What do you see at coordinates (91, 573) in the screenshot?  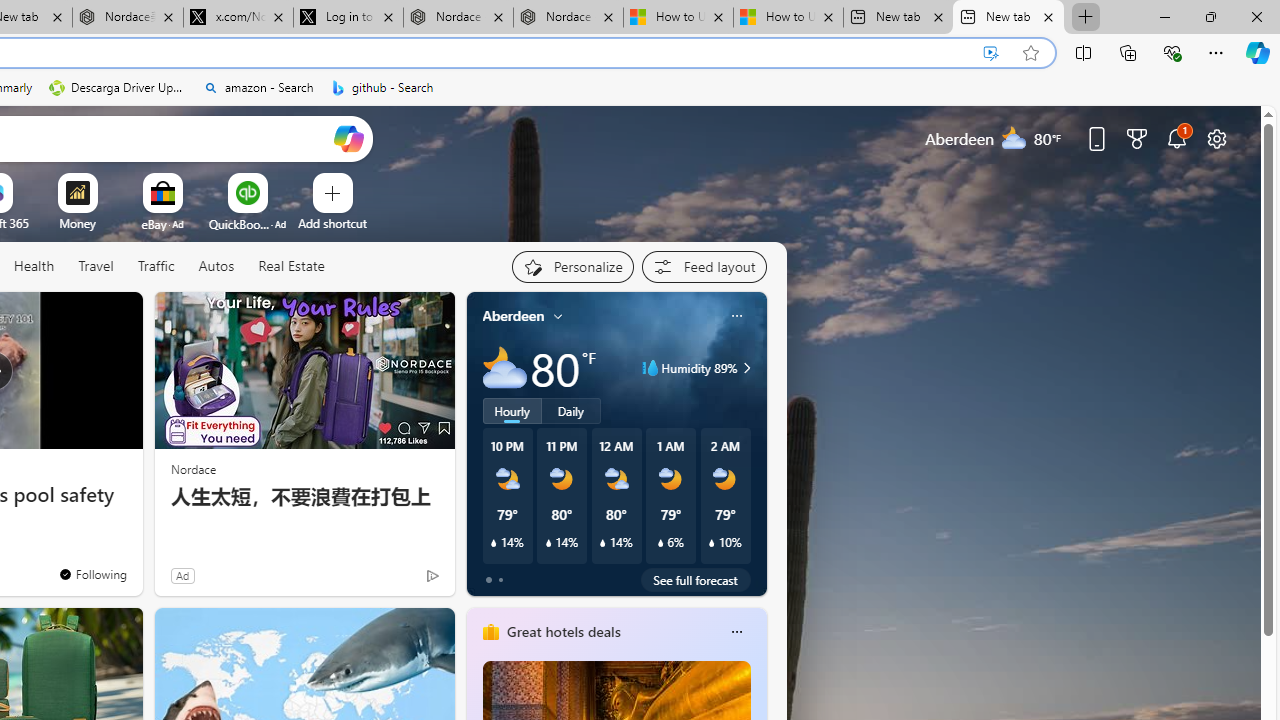 I see `'You'` at bounding box center [91, 573].